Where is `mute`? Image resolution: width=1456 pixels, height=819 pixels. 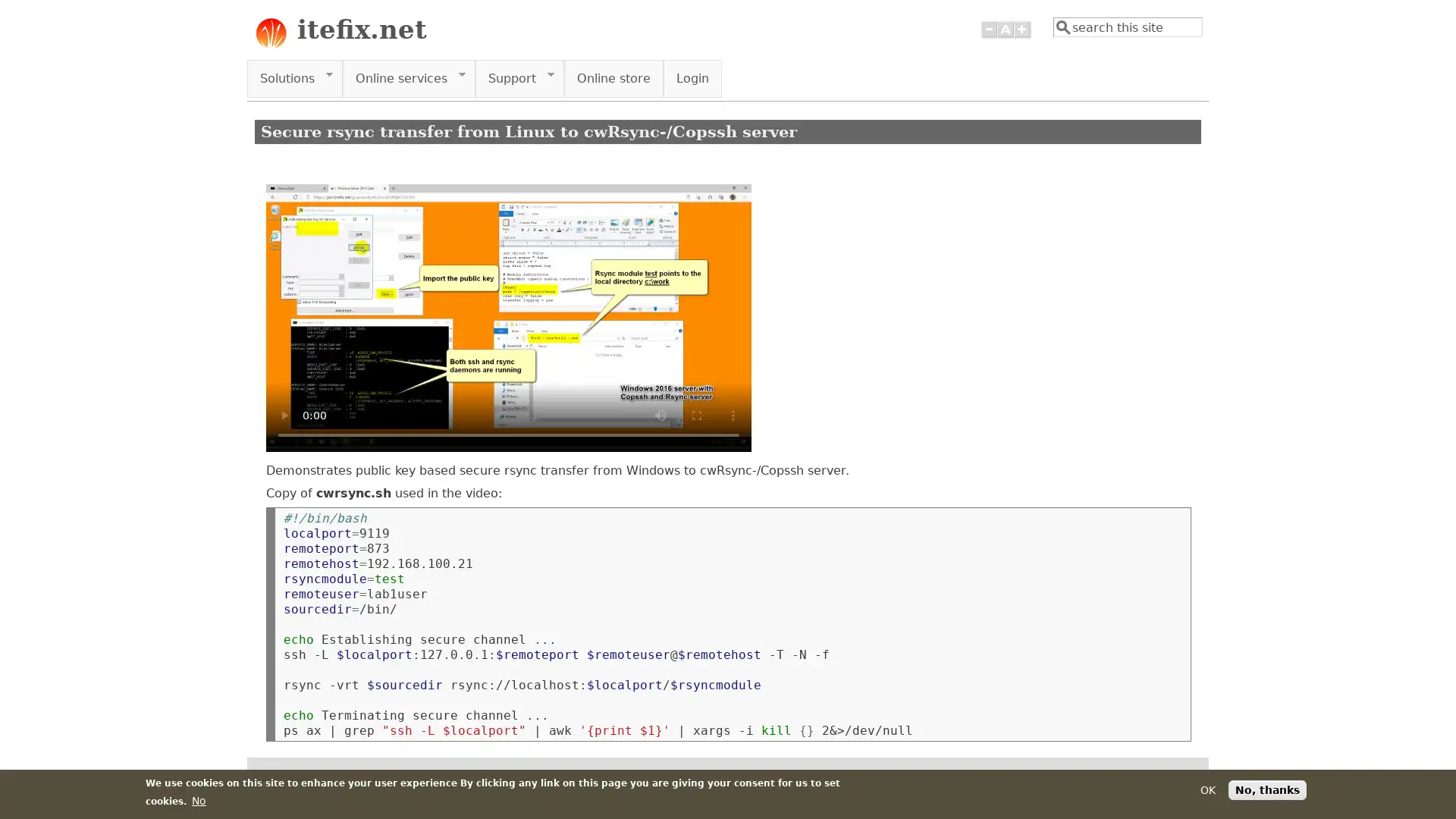 mute is located at coordinates (660, 415).